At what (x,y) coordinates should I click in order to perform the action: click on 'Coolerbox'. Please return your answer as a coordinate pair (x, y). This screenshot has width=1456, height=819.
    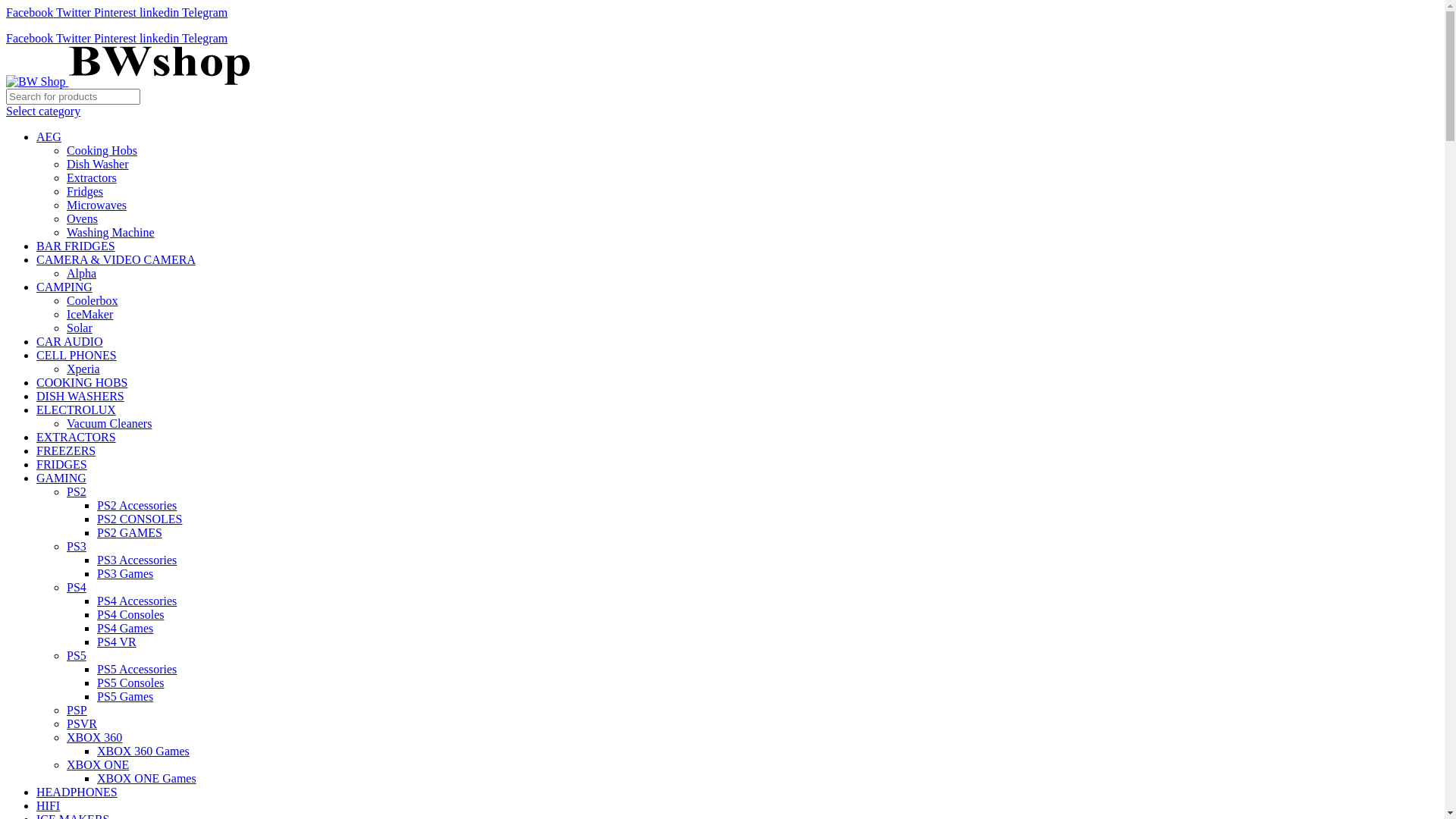
    Looking at the image, I should click on (65, 300).